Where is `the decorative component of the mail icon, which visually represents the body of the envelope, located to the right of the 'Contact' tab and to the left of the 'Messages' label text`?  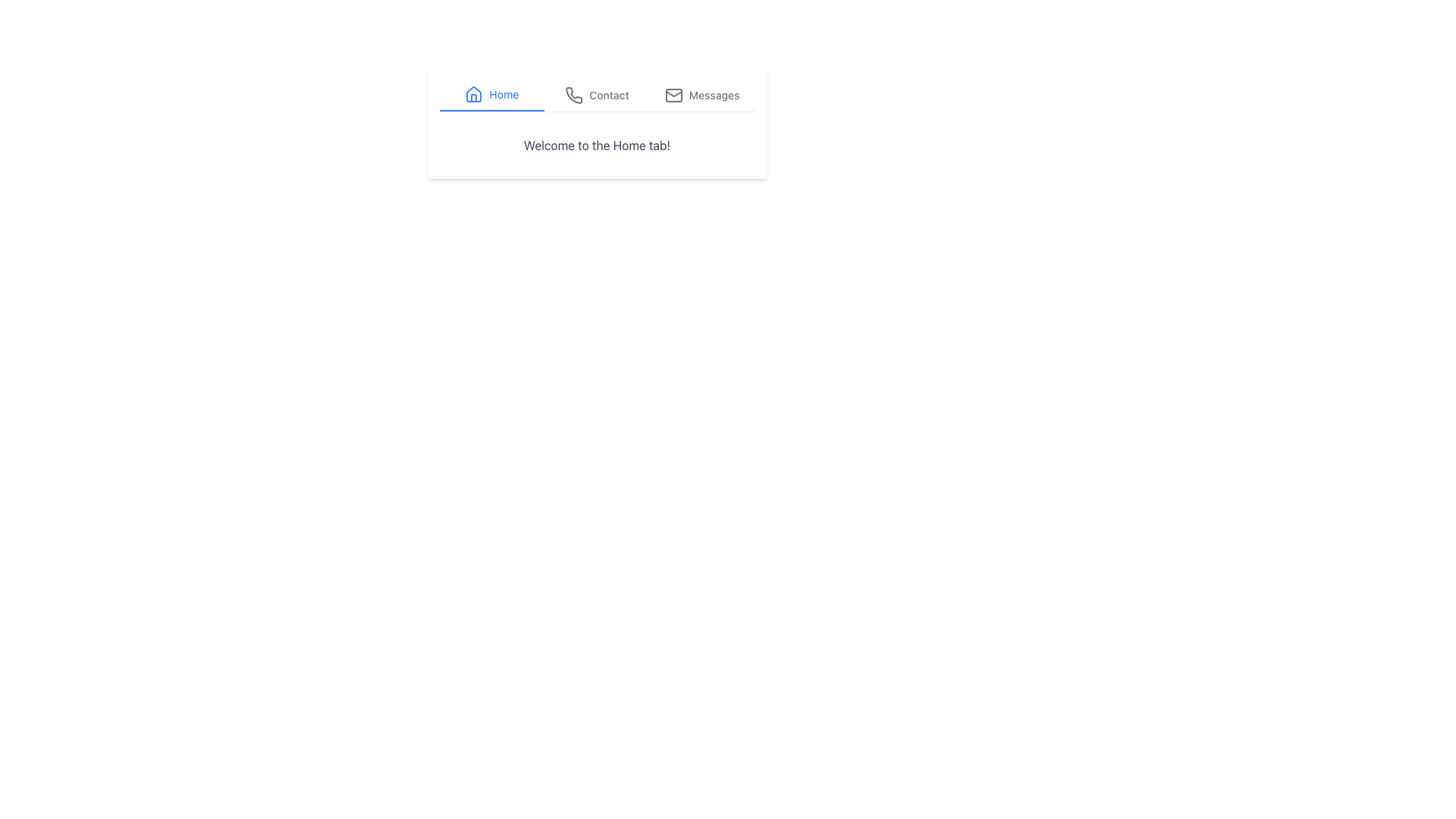 the decorative component of the mail icon, which visually represents the body of the envelope, located to the right of the 'Contact' tab and to the left of the 'Messages' label text is located at coordinates (673, 96).